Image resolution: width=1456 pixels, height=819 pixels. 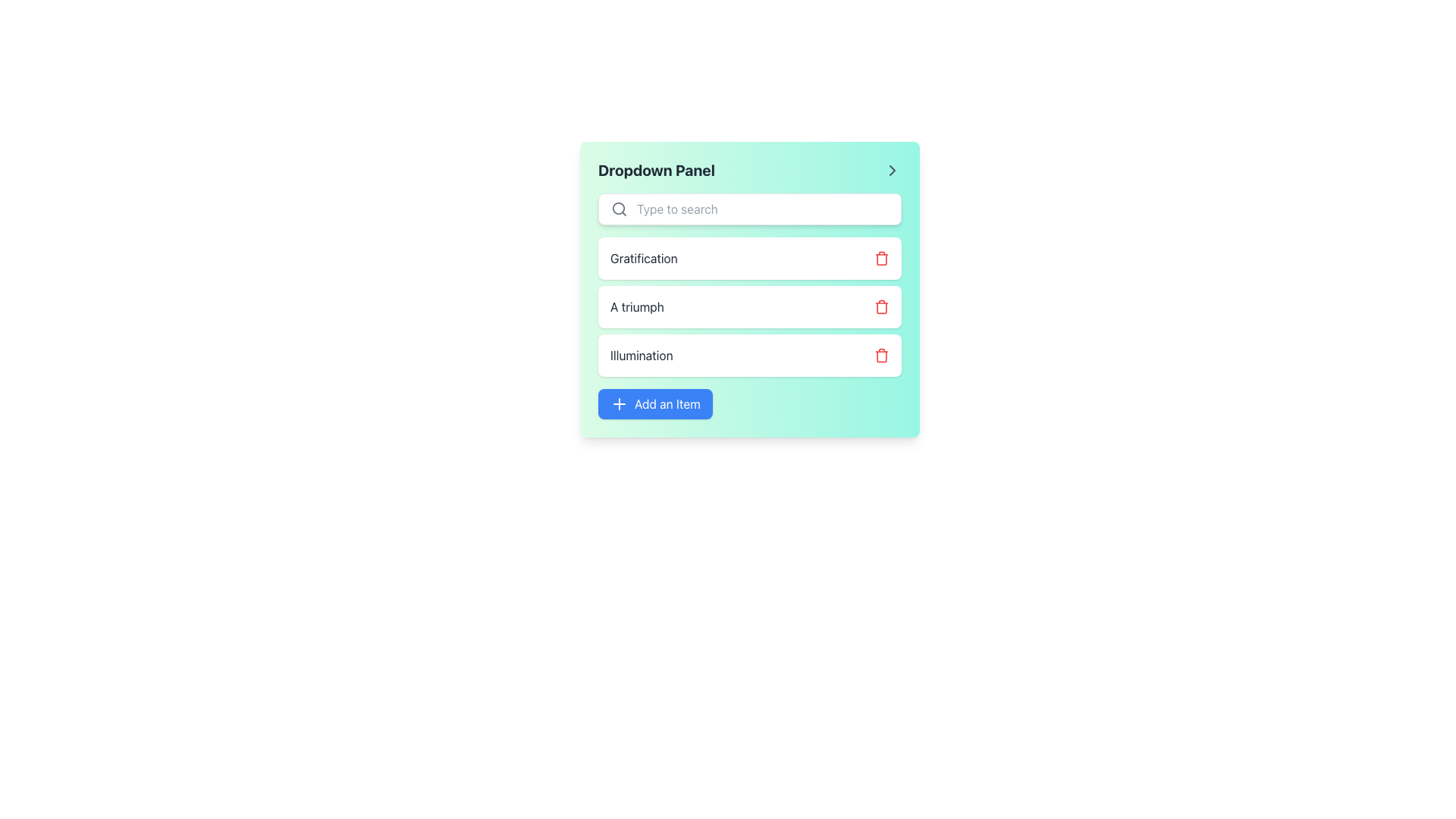 What do you see at coordinates (749, 356) in the screenshot?
I see `the 'Illumination' list item` at bounding box center [749, 356].